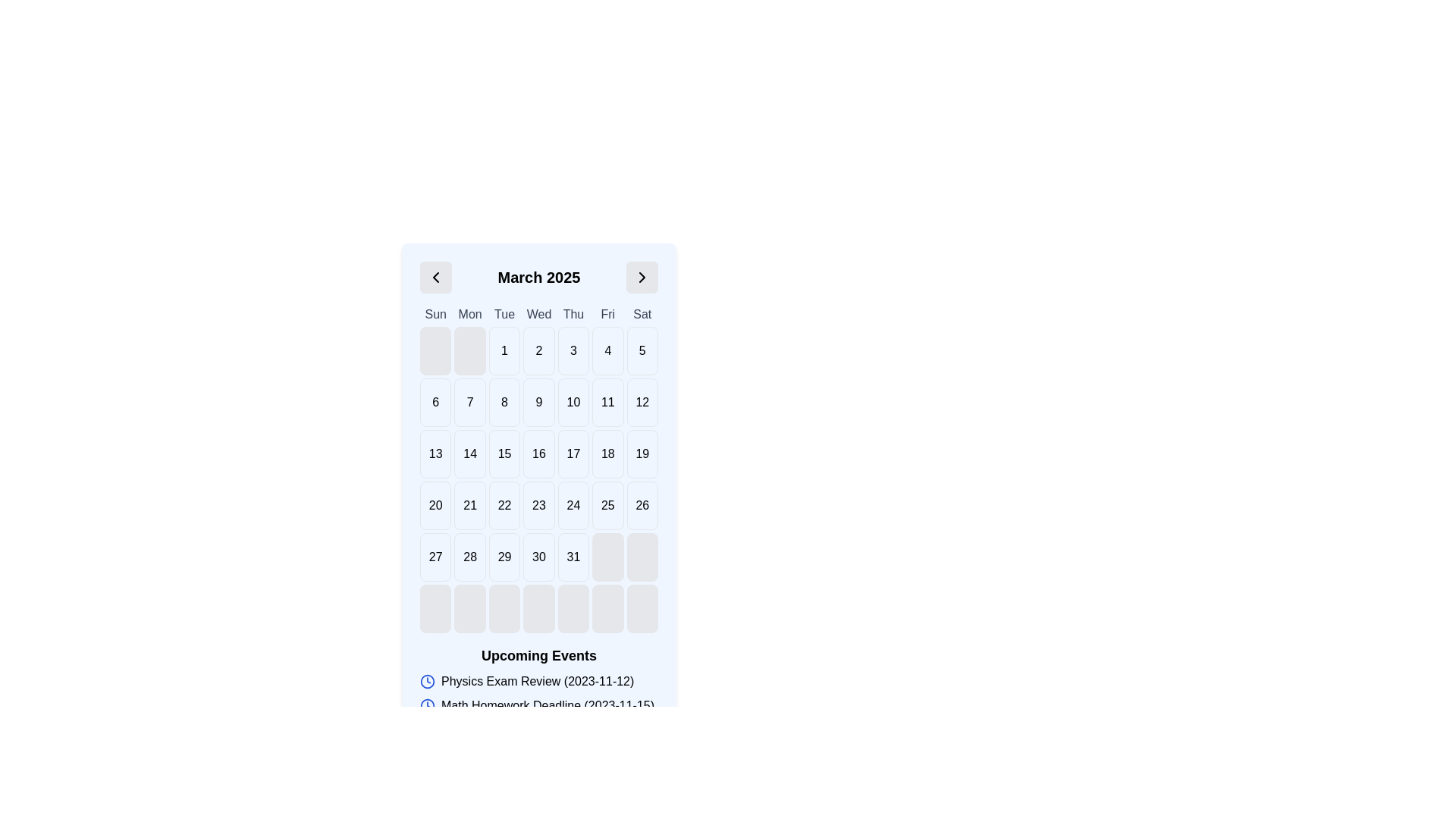  I want to click on the fourth cell in the last row of the calendar grid, which is a light-gray placeholder with rounded borders beneath the 'Thu' column aligned to the date '30', so click(504, 607).